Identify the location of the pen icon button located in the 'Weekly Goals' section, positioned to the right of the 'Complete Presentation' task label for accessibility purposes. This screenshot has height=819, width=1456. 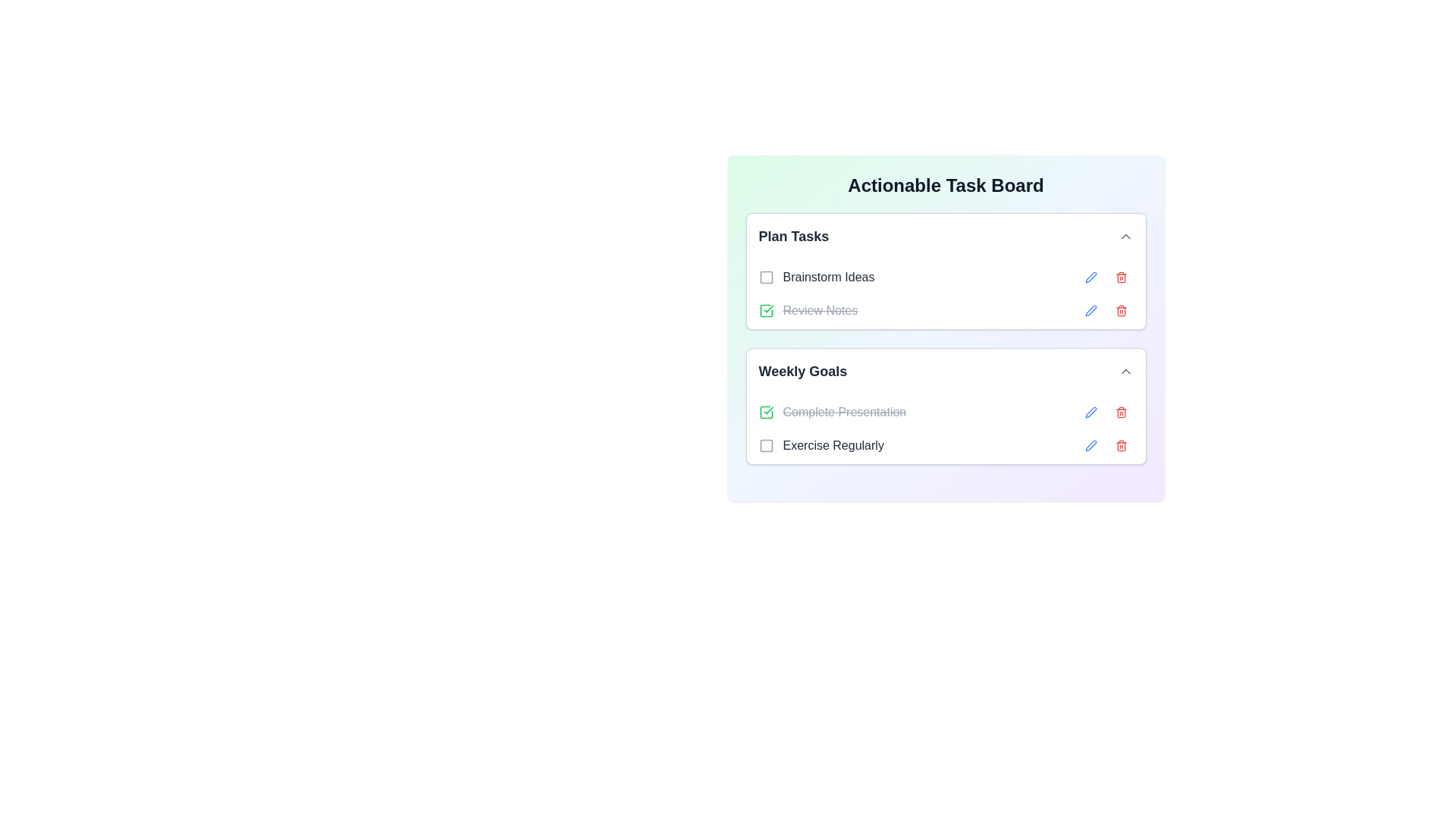
(1090, 412).